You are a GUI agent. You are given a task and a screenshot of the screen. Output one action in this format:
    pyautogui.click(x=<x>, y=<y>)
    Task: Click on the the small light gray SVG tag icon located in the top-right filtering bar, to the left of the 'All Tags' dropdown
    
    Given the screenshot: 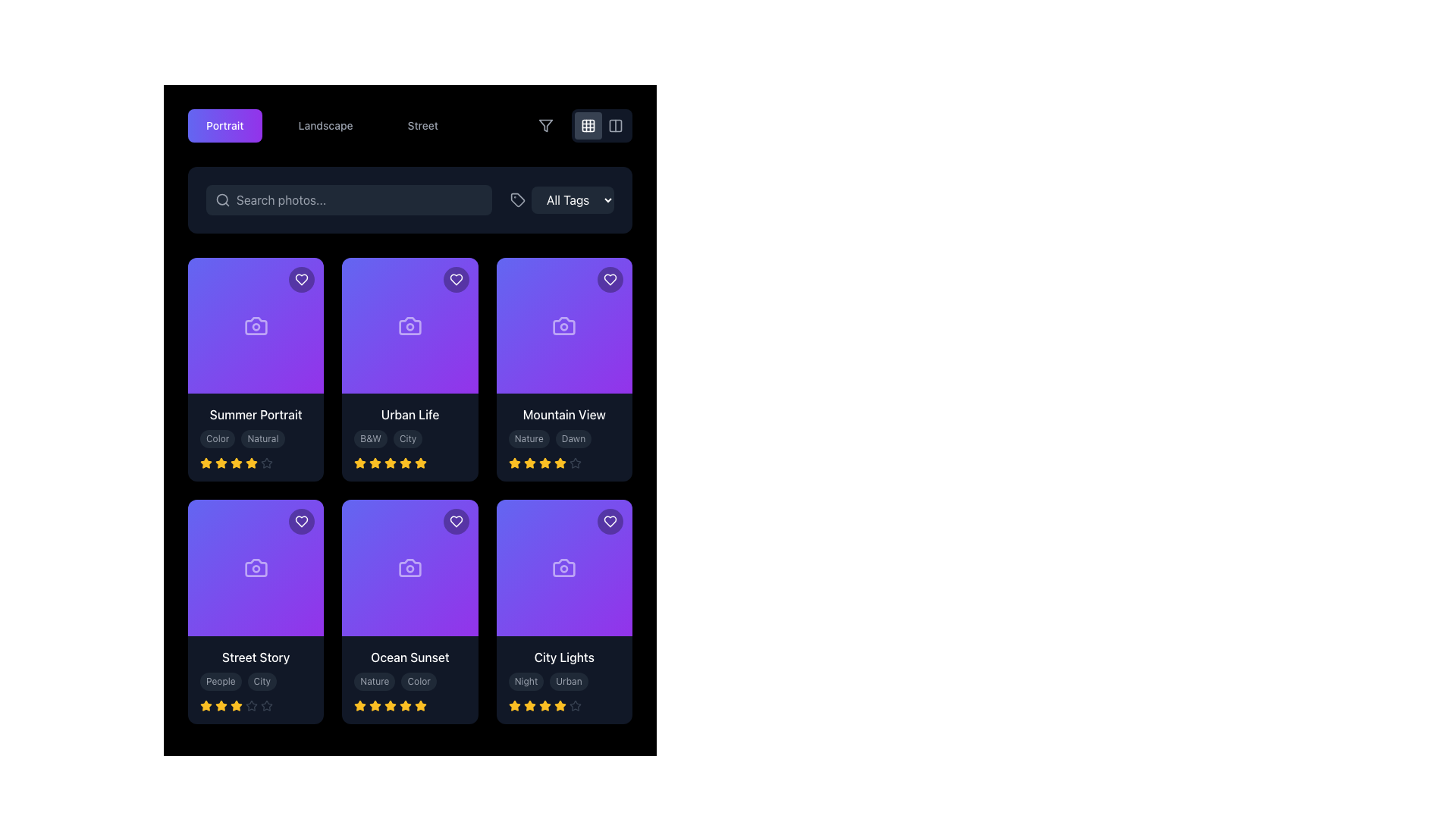 What is the action you would take?
    pyautogui.click(x=517, y=199)
    